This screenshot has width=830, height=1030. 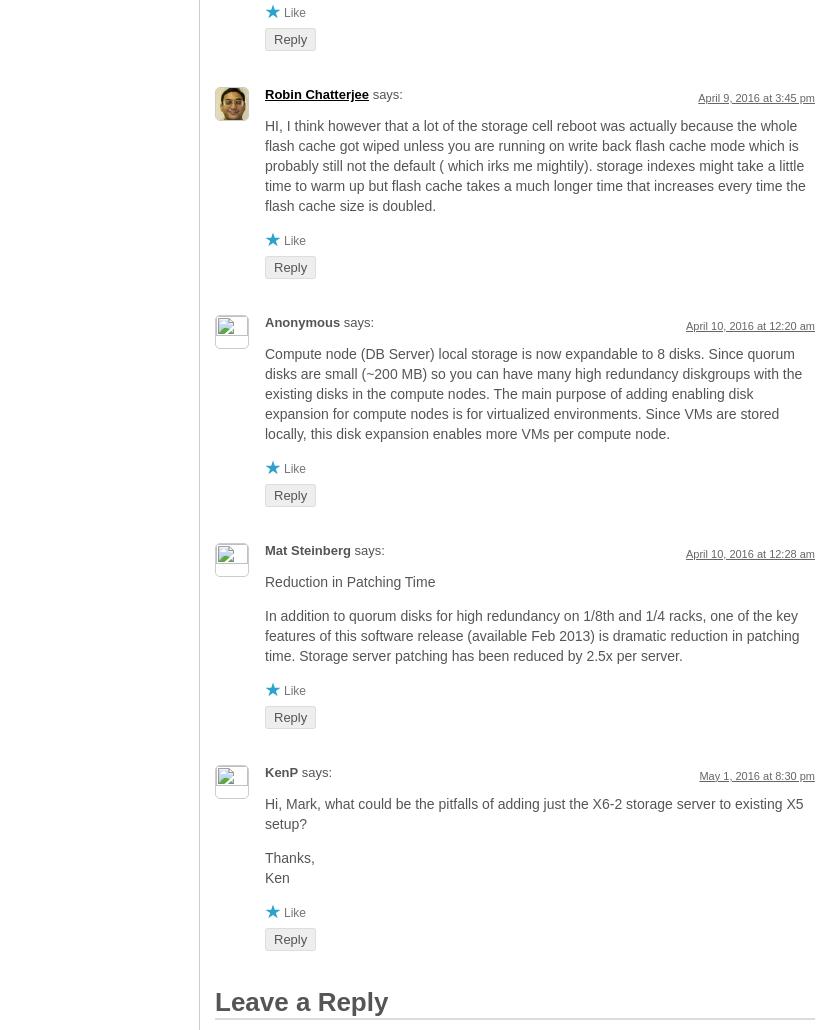 What do you see at coordinates (756, 96) in the screenshot?
I see `'April 9, 2016 at 3:45 pm'` at bounding box center [756, 96].